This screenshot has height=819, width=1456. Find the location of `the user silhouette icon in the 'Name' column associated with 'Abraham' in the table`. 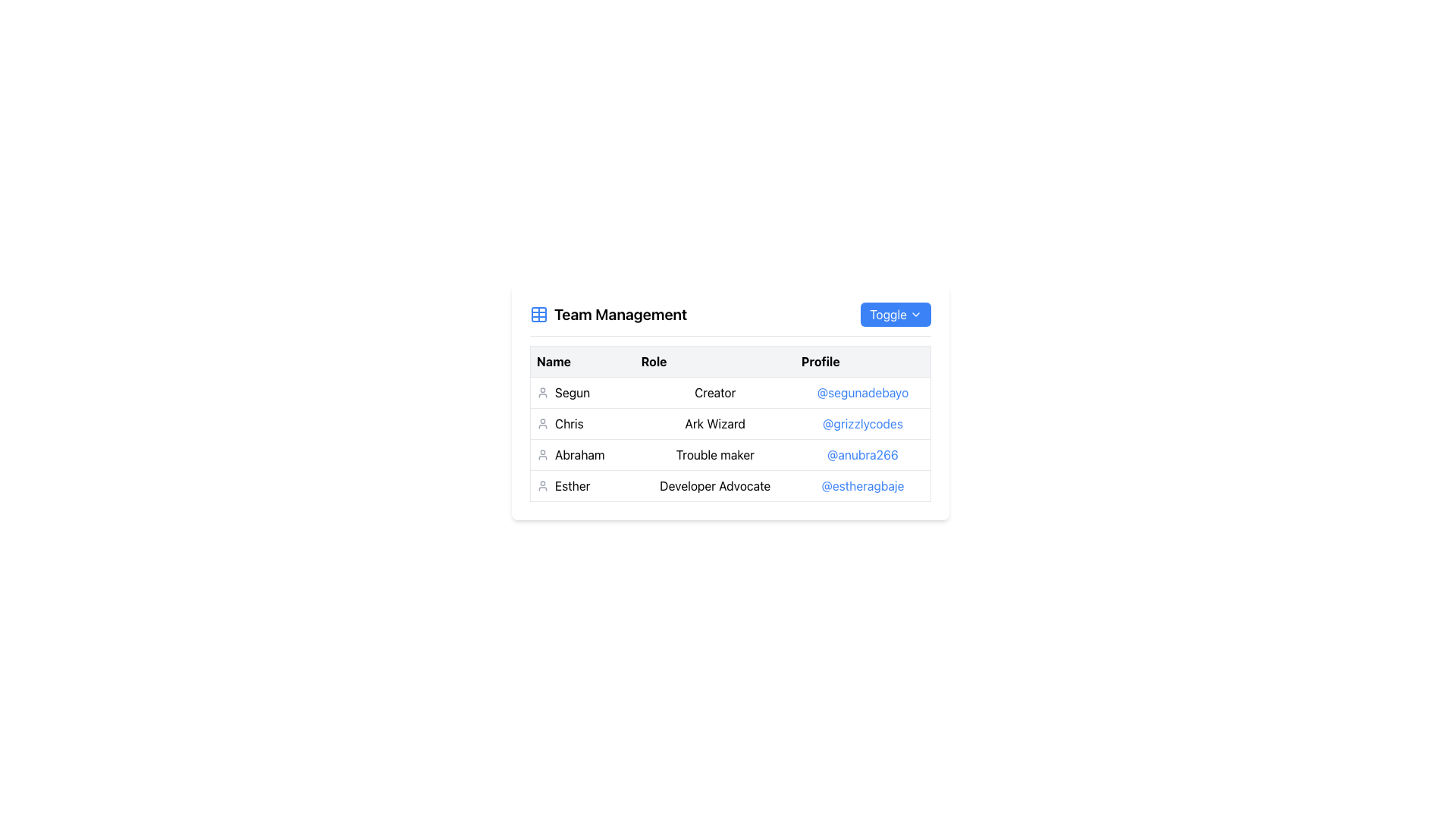

the user silhouette icon in the 'Name' column associated with 'Abraham' in the table is located at coordinates (542, 454).